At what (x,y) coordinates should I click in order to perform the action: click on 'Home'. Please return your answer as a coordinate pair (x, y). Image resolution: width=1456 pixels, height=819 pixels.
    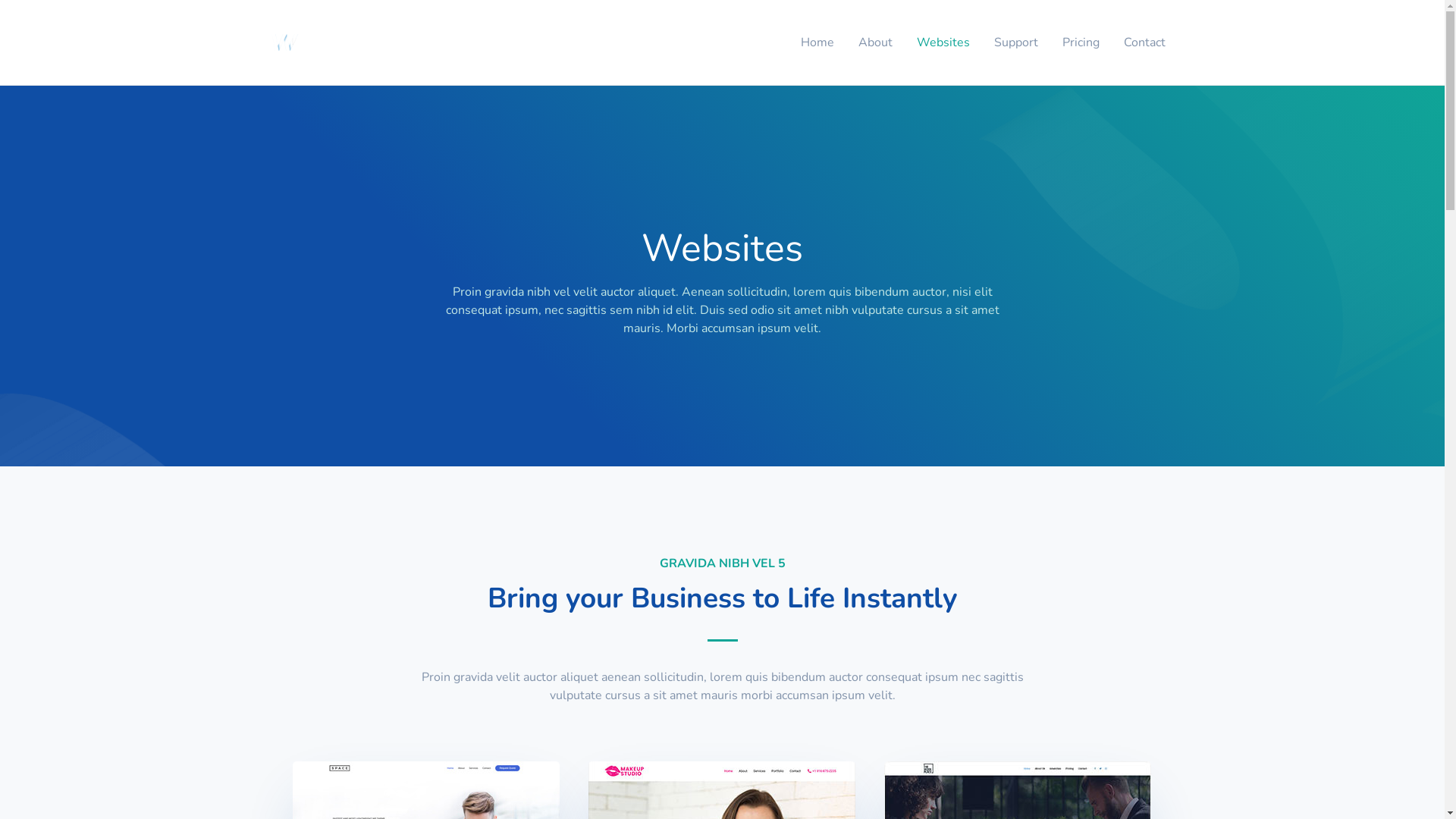
    Looking at the image, I should click on (817, 42).